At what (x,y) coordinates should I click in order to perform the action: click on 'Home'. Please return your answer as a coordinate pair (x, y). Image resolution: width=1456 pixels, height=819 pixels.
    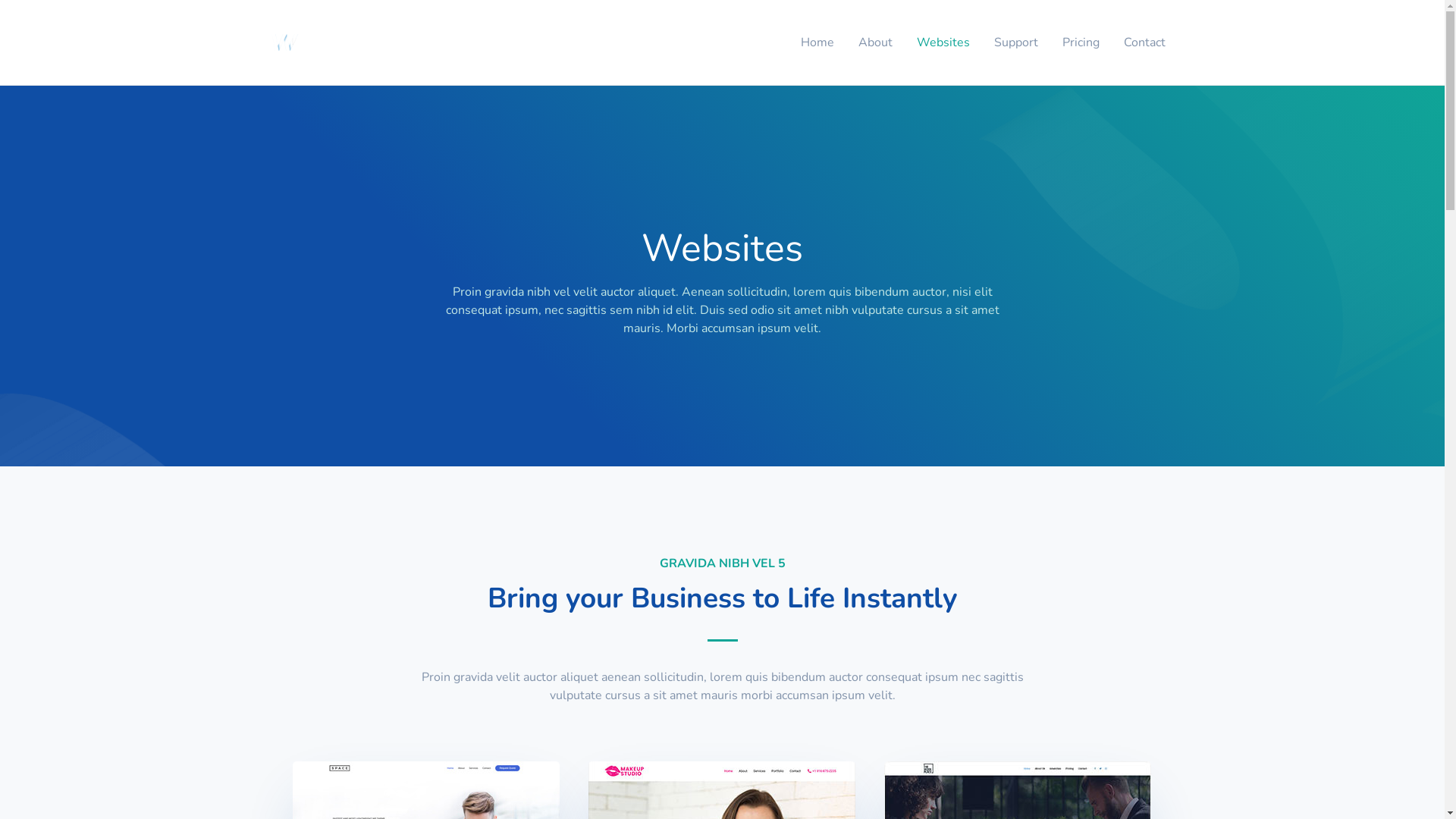
    Looking at the image, I should click on (817, 42).